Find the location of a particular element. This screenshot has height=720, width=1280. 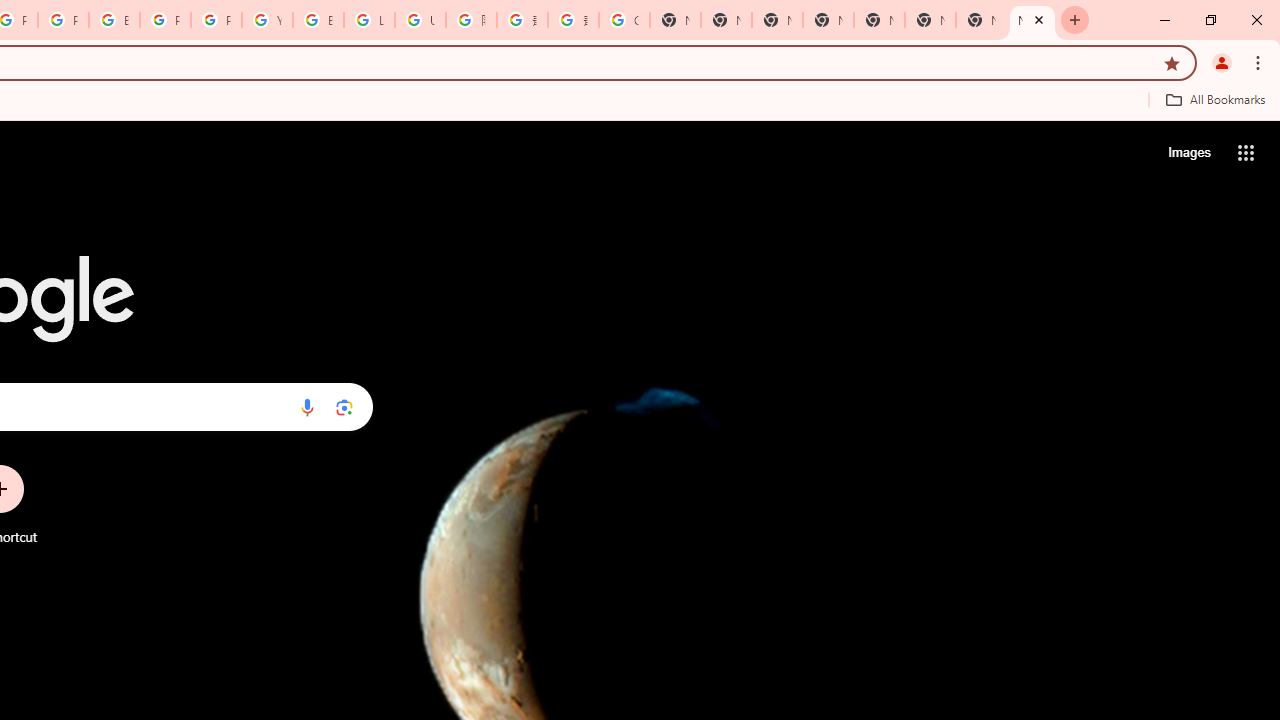

'All Bookmarks' is located at coordinates (1214, 99).